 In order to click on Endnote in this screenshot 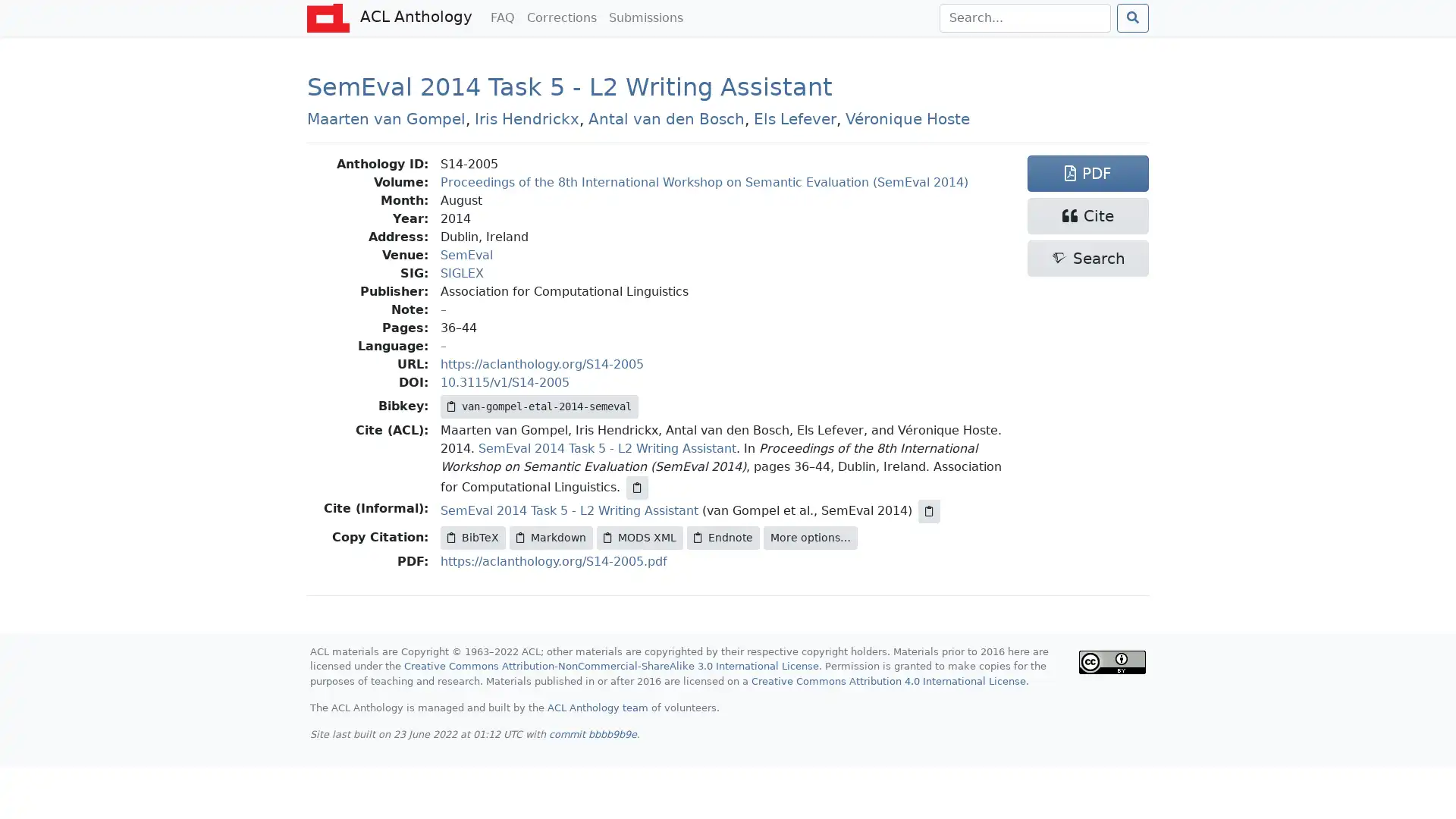, I will do `click(723, 537)`.